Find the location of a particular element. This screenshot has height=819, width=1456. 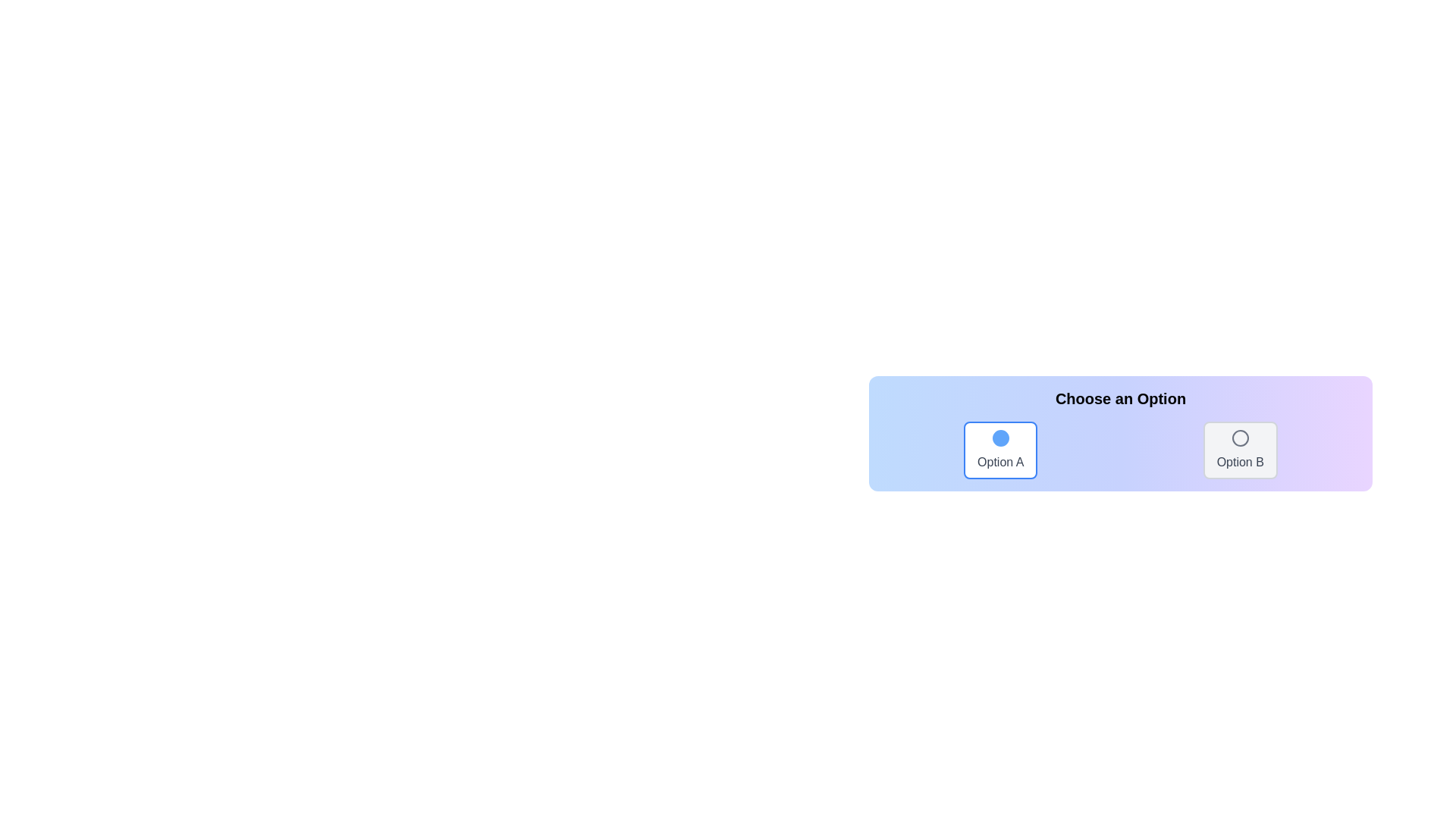

the button-like option selector labeled 'Option A' is located at coordinates (1000, 450).